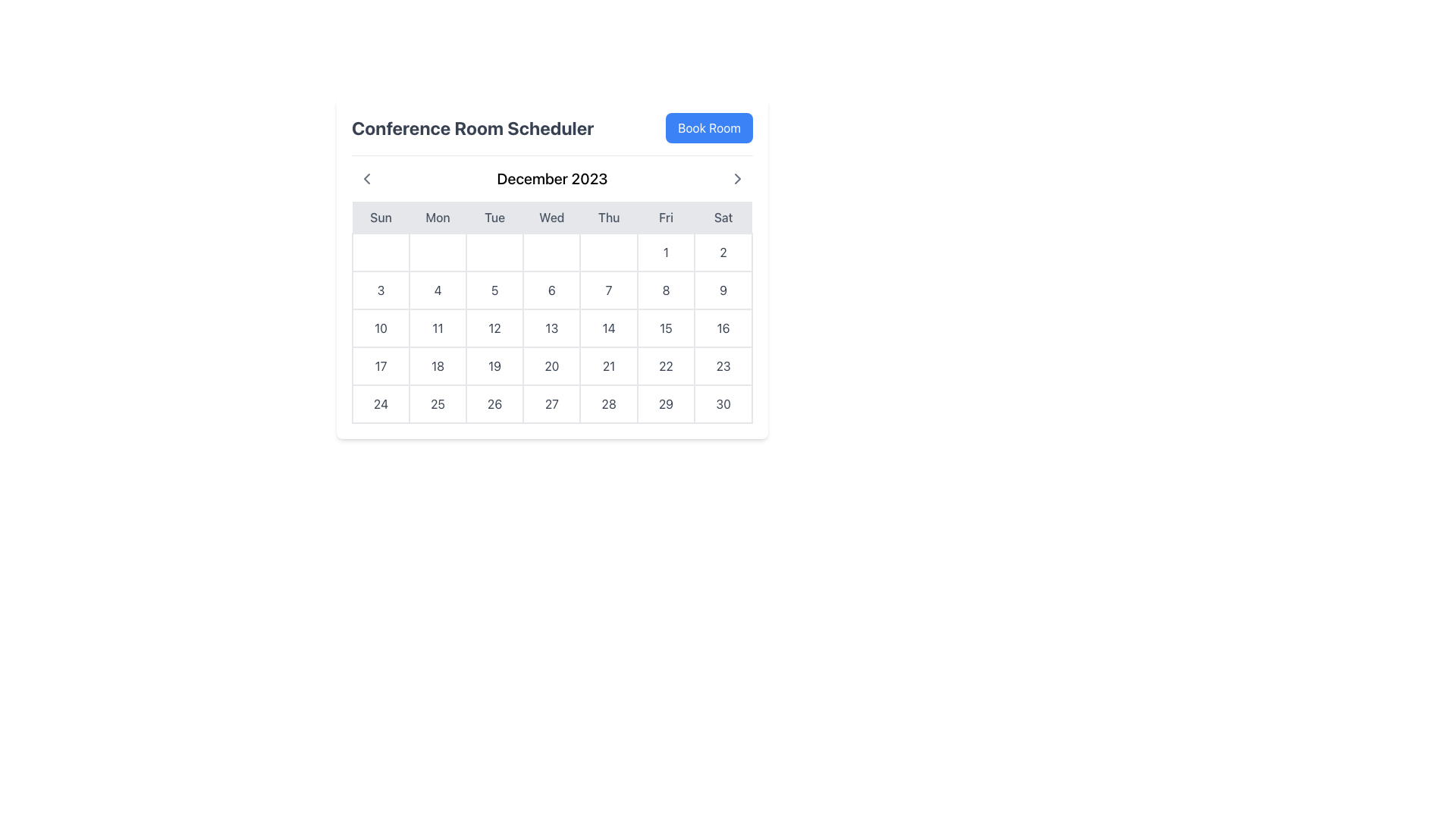 The height and width of the screenshot is (819, 1456). What do you see at coordinates (738, 177) in the screenshot?
I see `the navigation button located in the upper-right corner of the calendar interface, adjacent to the 'December 2023' header` at bounding box center [738, 177].